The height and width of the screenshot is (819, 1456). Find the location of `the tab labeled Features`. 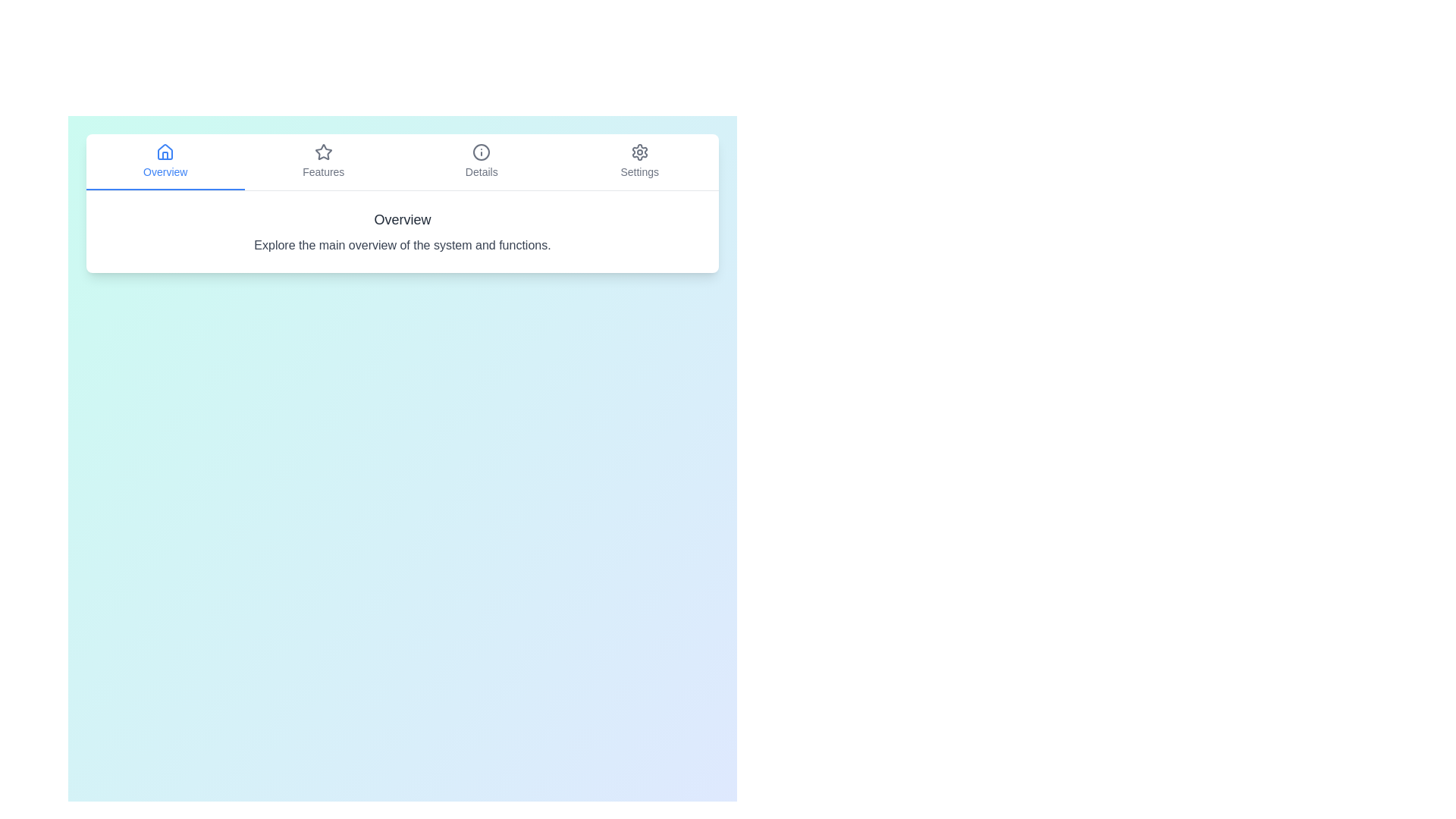

the tab labeled Features is located at coordinates (322, 162).